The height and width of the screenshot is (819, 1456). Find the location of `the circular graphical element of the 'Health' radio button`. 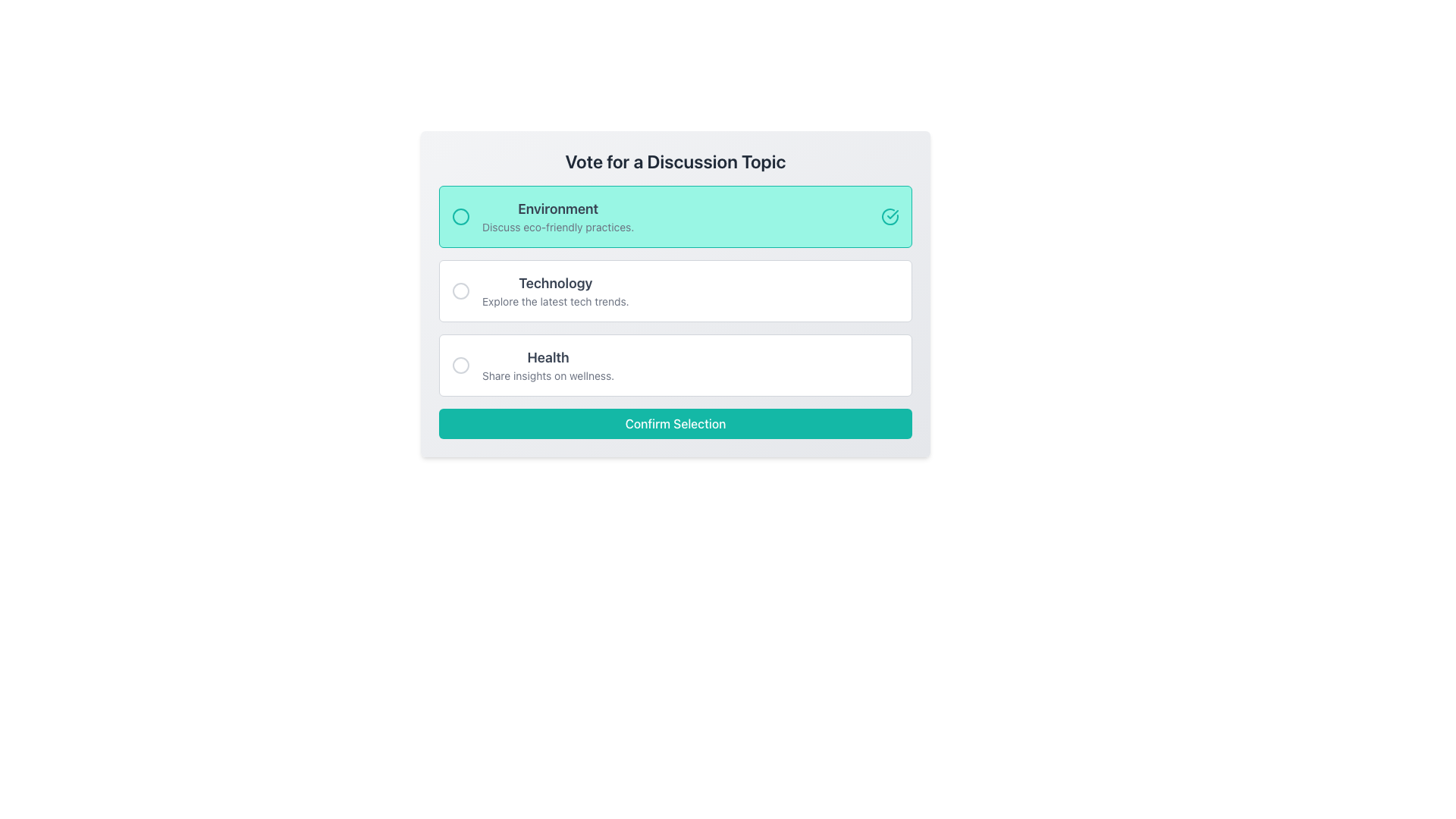

the circular graphical element of the 'Health' radio button is located at coordinates (460, 366).